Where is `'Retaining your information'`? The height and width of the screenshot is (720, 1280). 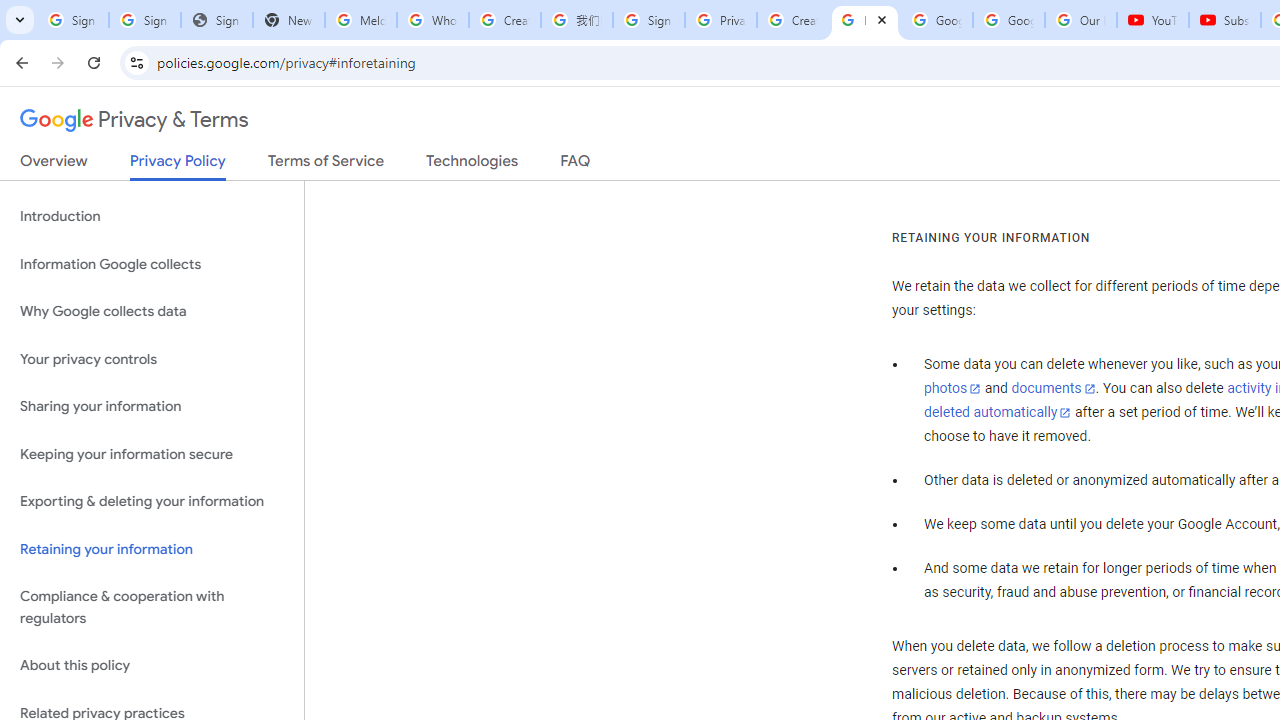 'Retaining your information' is located at coordinates (151, 549).